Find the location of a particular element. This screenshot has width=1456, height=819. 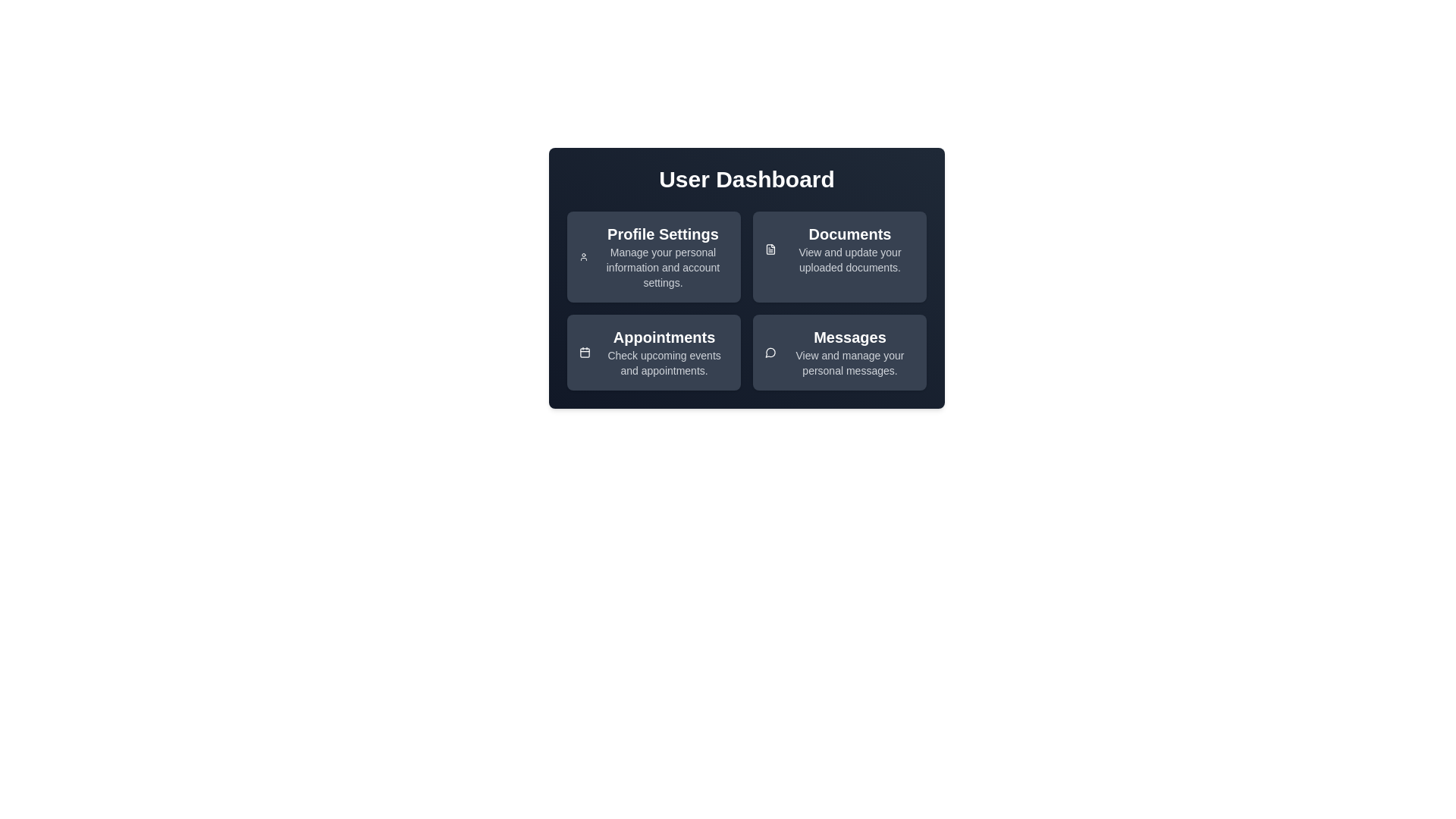

the icon of the Documents card is located at coordinates (770, 248).